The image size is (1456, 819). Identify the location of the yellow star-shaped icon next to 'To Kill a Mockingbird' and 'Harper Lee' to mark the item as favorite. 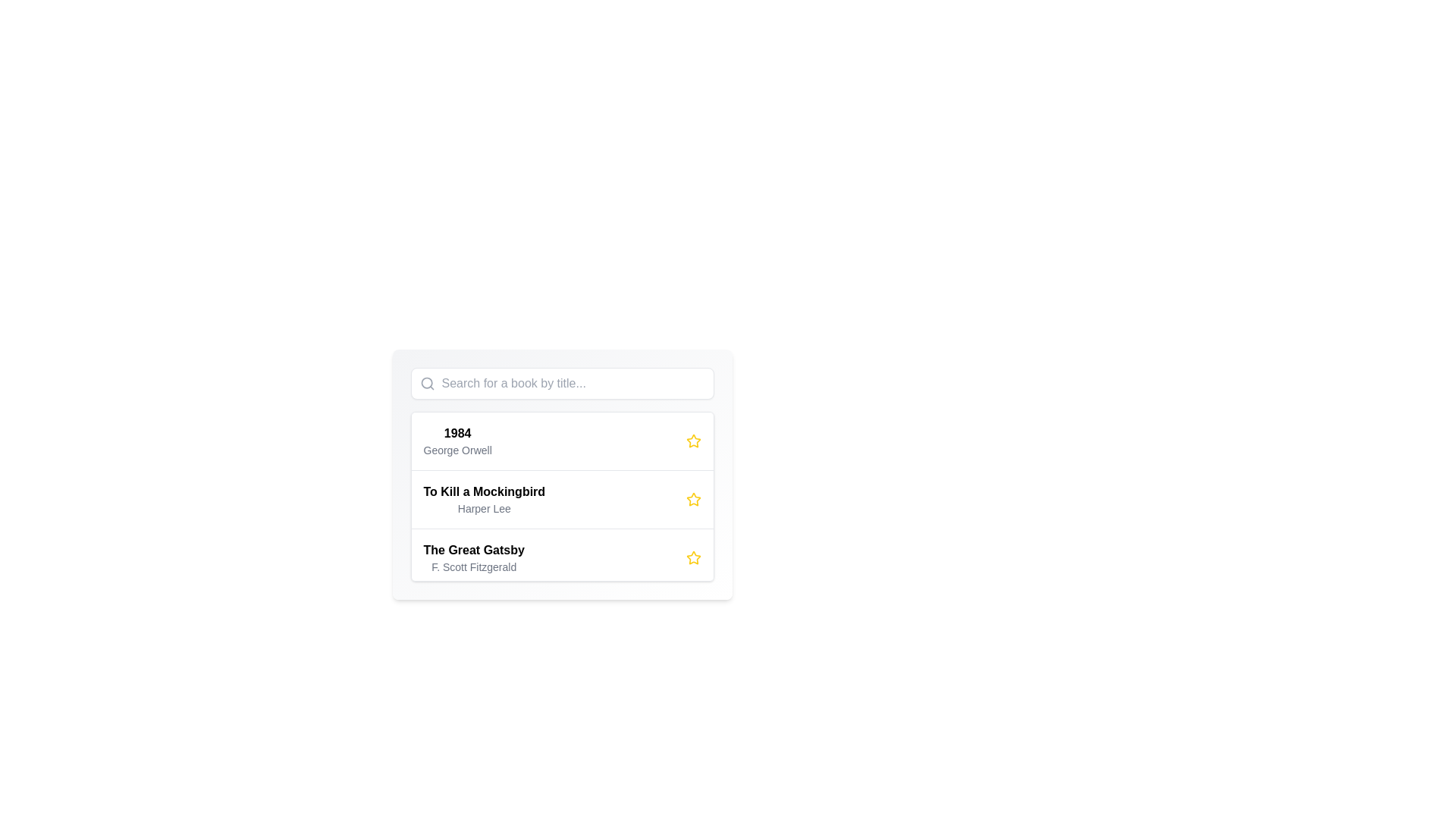
(692, 500).